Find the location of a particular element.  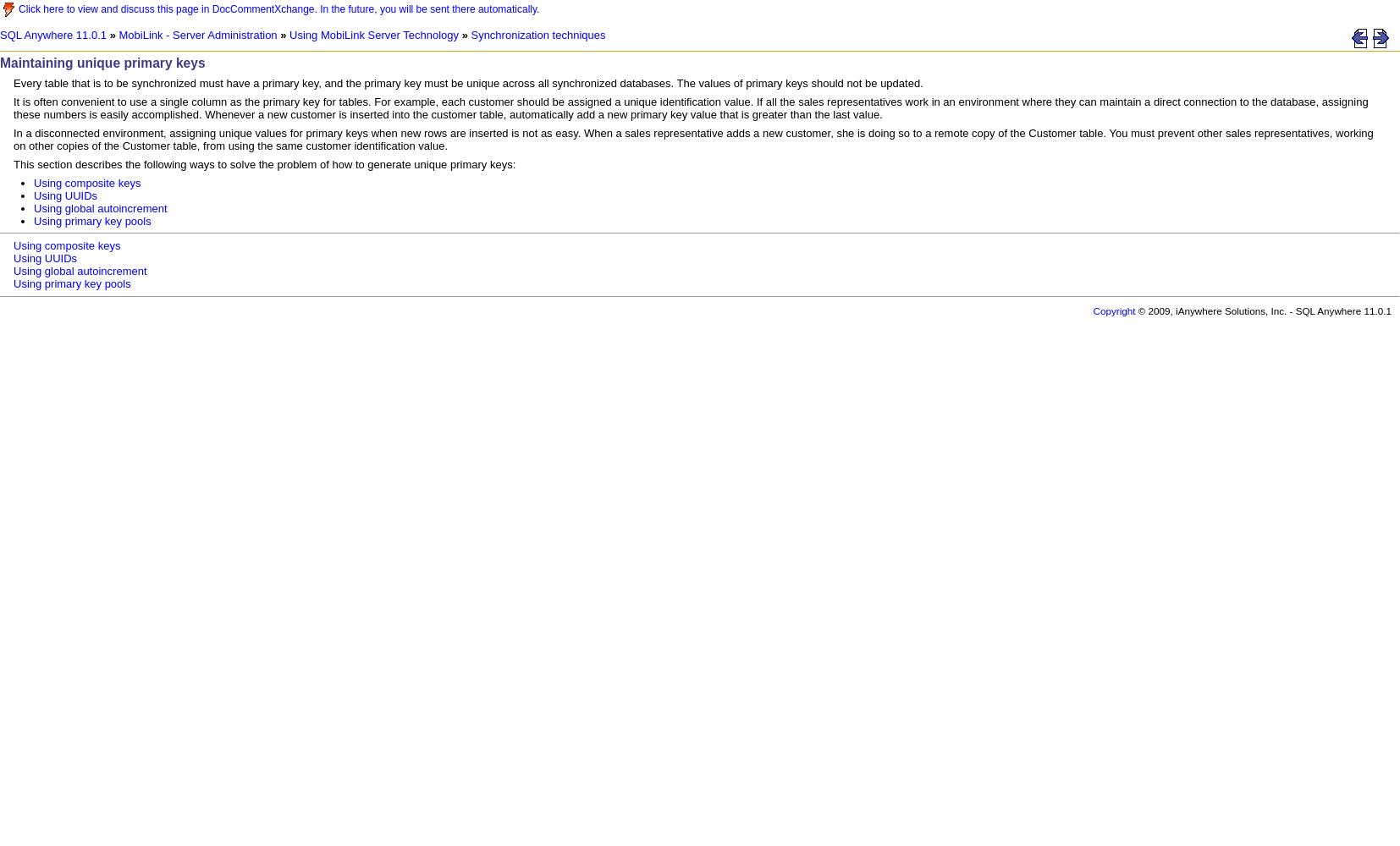

'Synchronization techniques' is located at coordinates (537, 35).